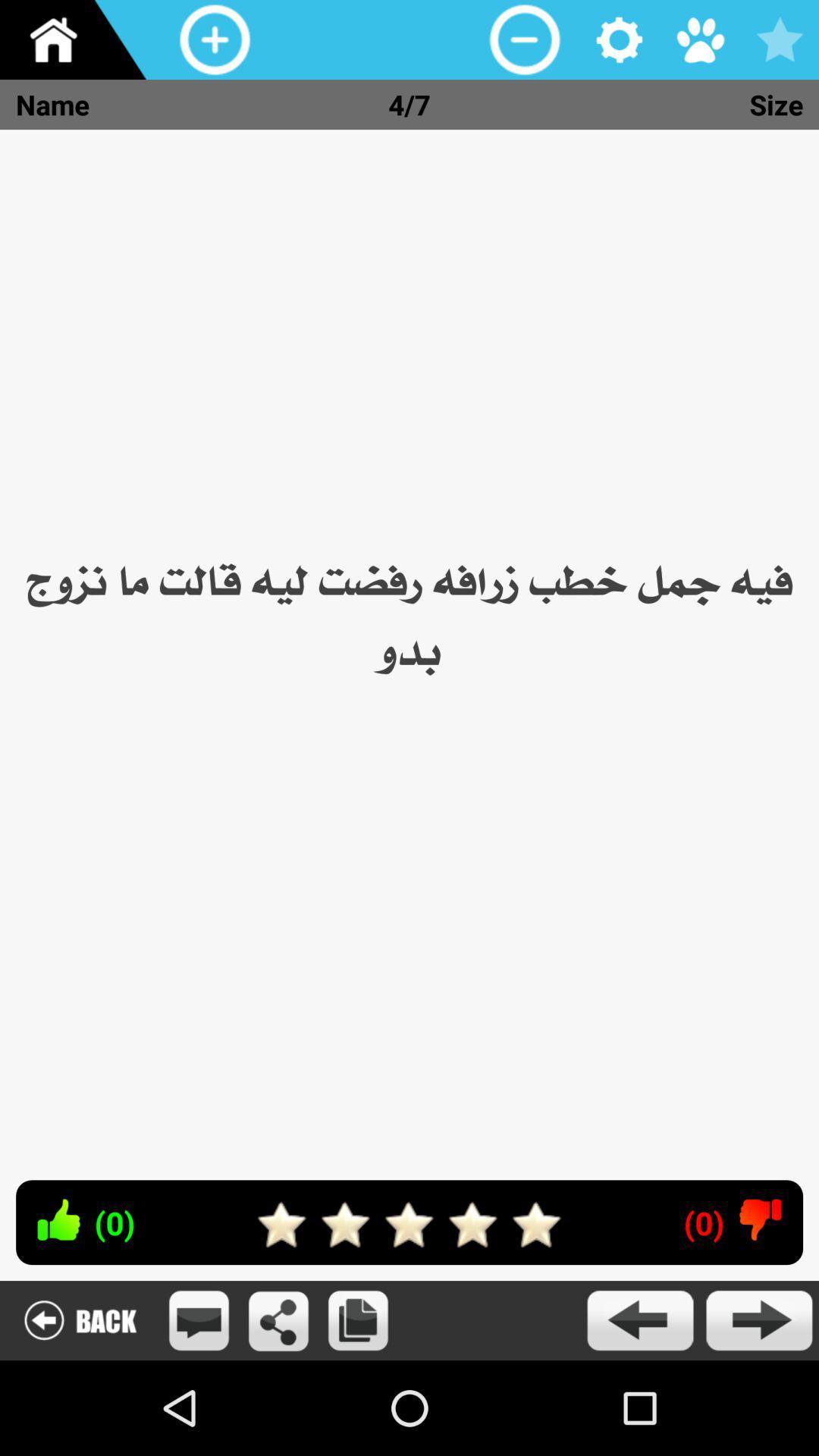 This screenshot has width=819, height=1456. Describe the element at coordinates (779, 39) in the screenshot. I see `the icon above the size icon` at that location.